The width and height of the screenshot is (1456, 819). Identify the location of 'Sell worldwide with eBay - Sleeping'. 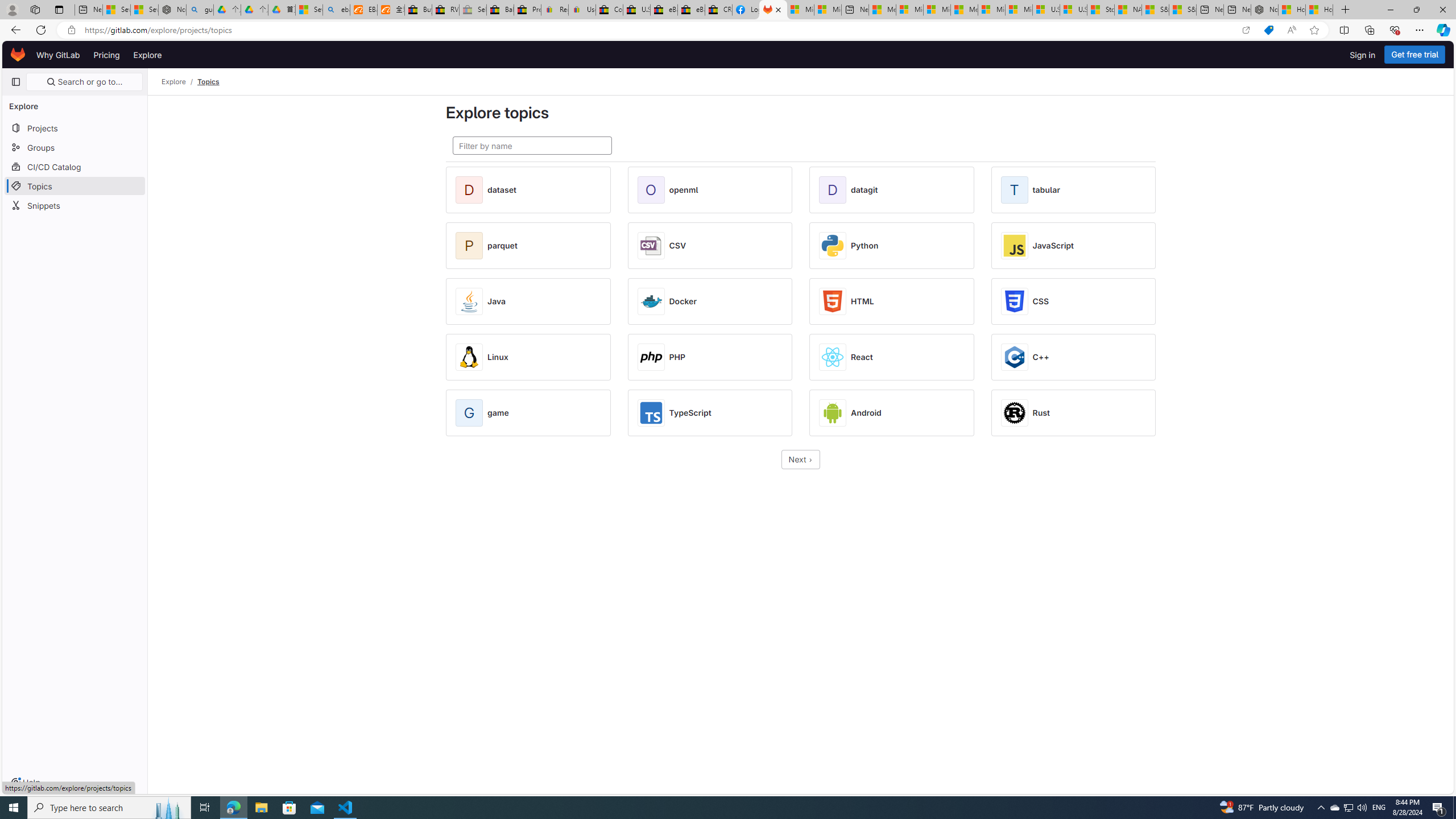
(473, 9).